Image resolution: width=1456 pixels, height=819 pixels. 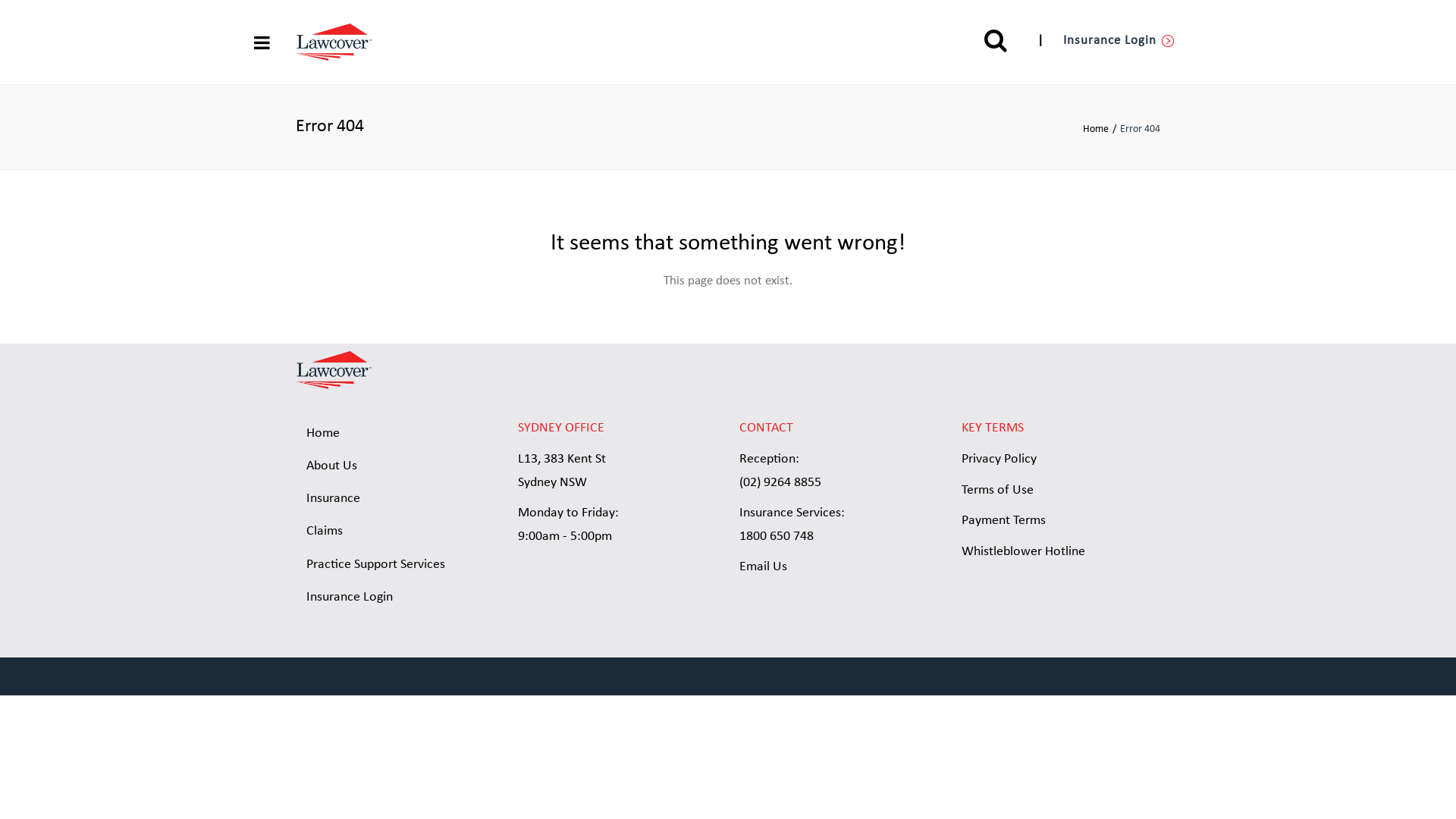 What do you see at coordinates (395, 465) in the screenshot?
I see `'About Us'` at bounding box center [395, 465].